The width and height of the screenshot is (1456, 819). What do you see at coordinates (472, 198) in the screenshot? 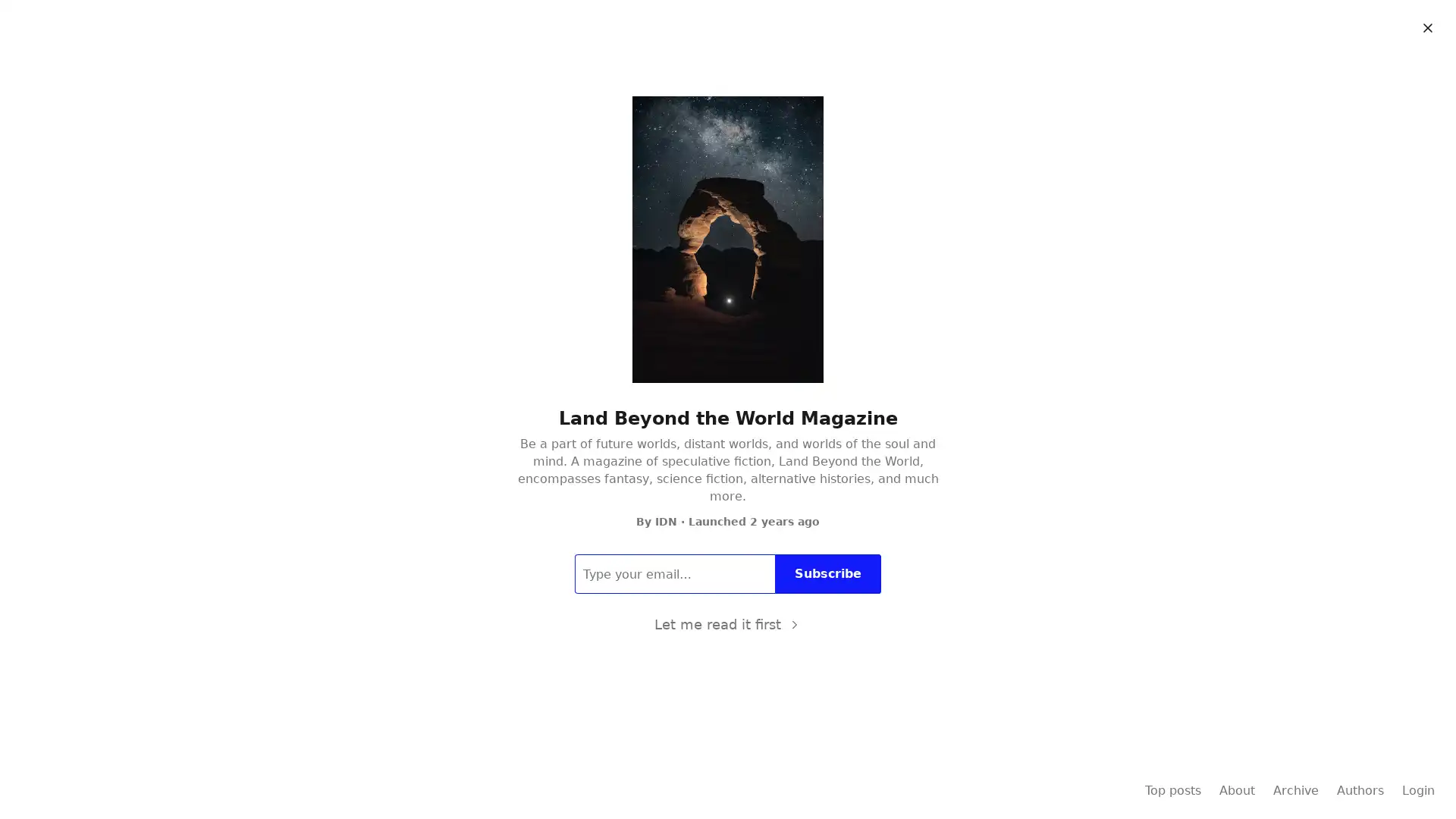
I see `2` at bounding box center [472, 198].